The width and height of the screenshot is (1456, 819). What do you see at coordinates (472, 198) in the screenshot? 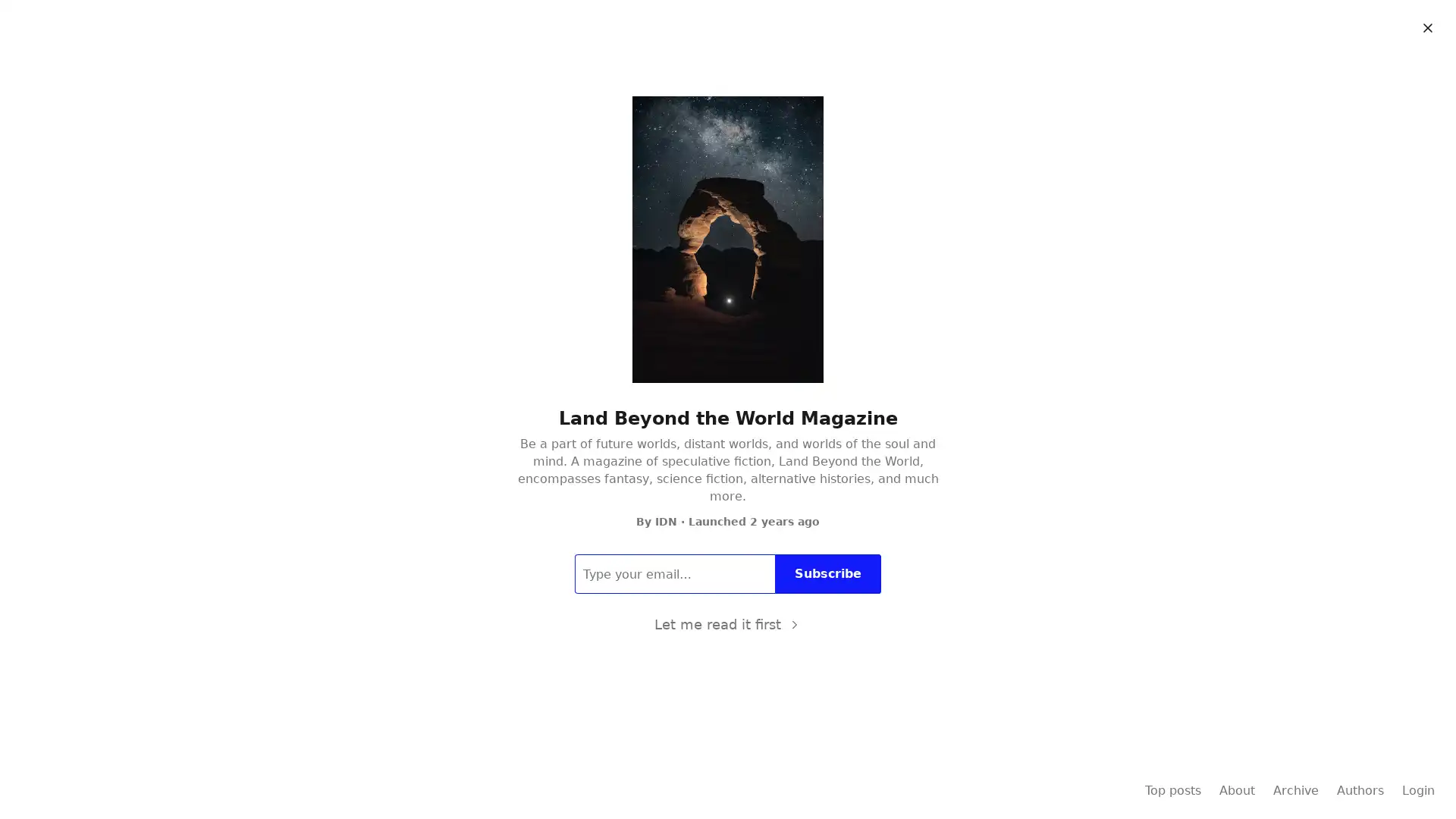
I see `2` at bounding box center [472, 198].